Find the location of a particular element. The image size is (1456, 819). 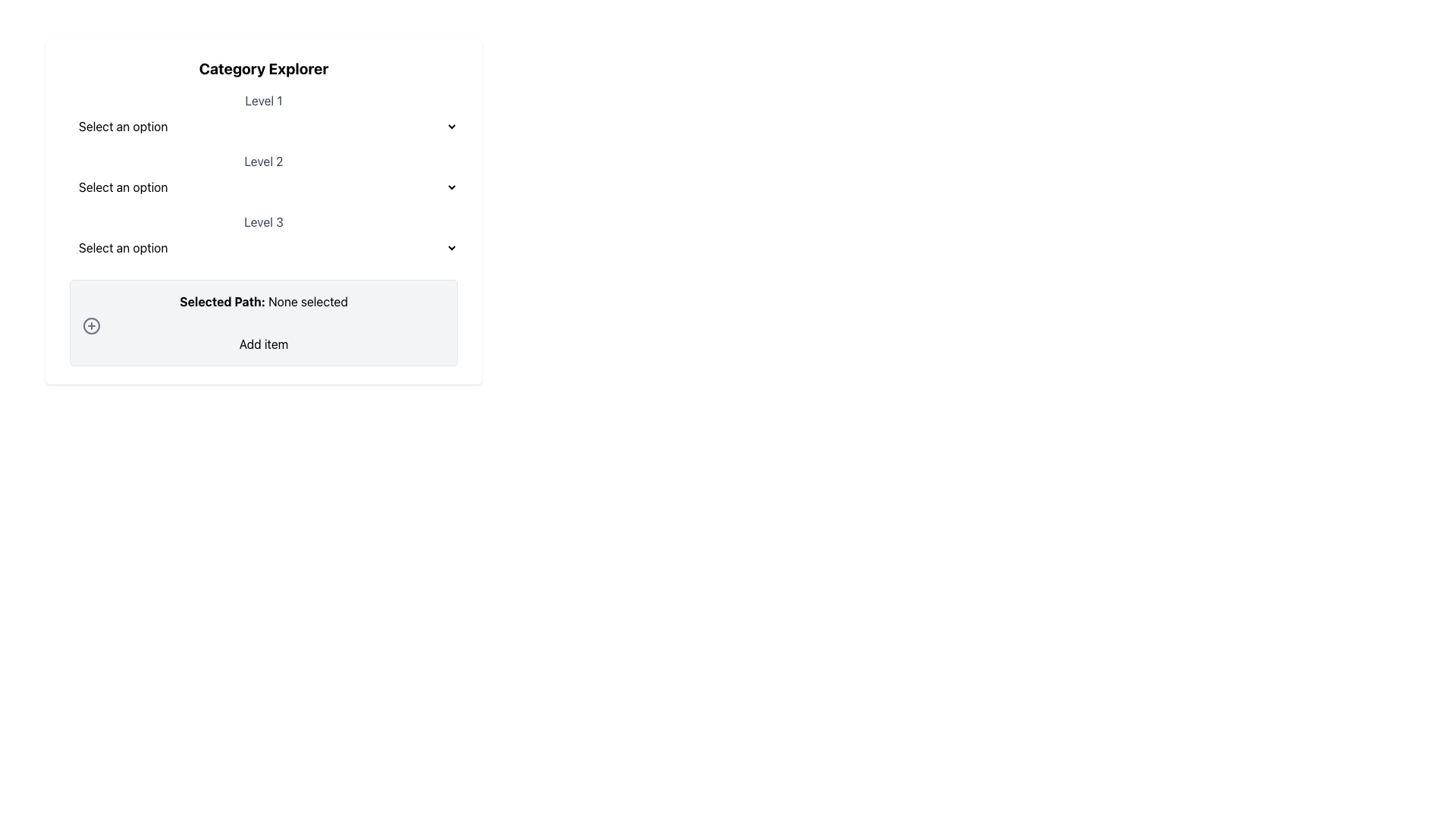

the dropdown menu labeled 'Level 1' is located at coordinates (263, 115).